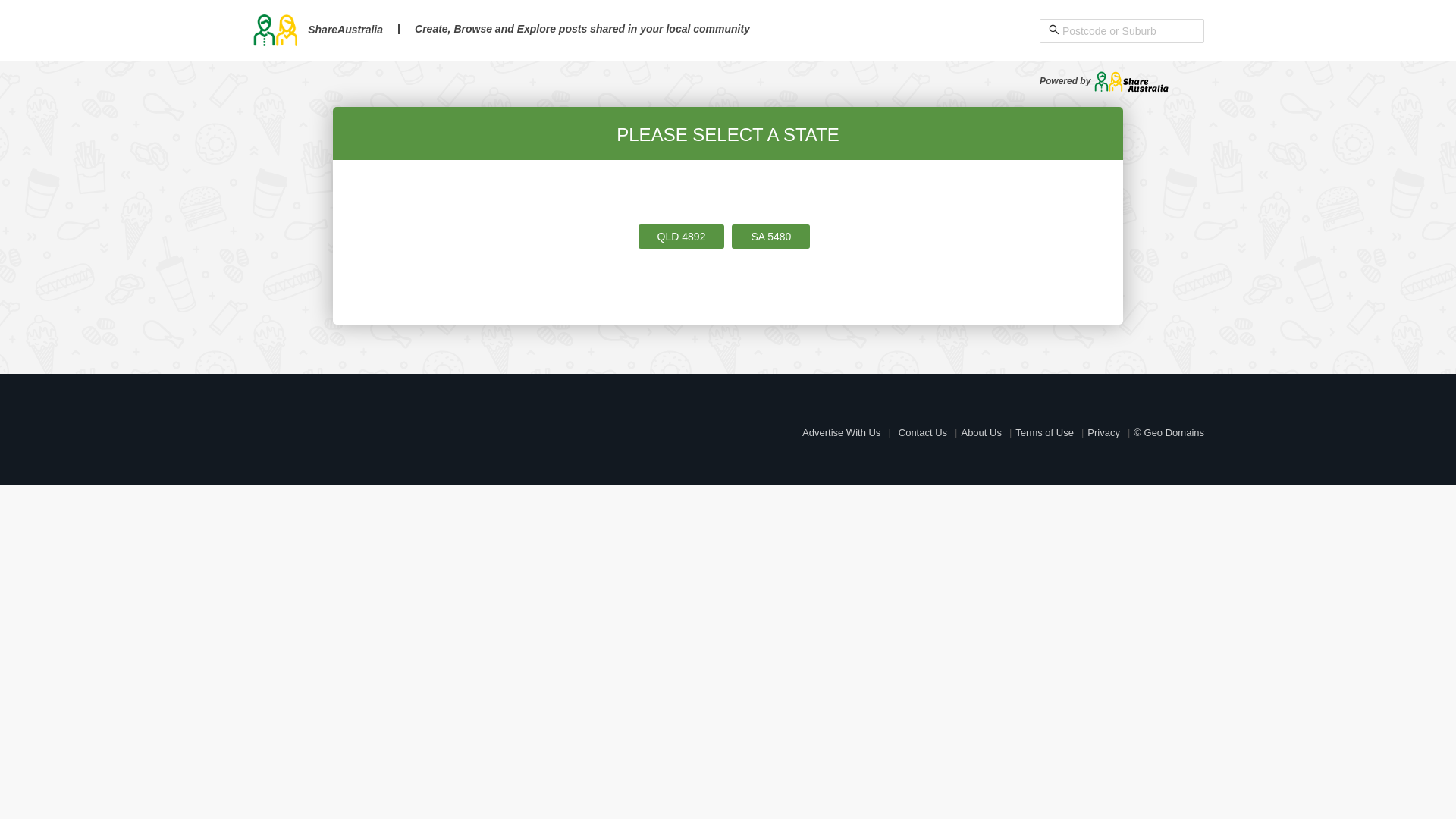 Image resolution: width=1456 pixels, height=819 pixels. Describe the element at coordinates (801, 432) in the screenshot. I see `'Advertise With Us'` at that location.